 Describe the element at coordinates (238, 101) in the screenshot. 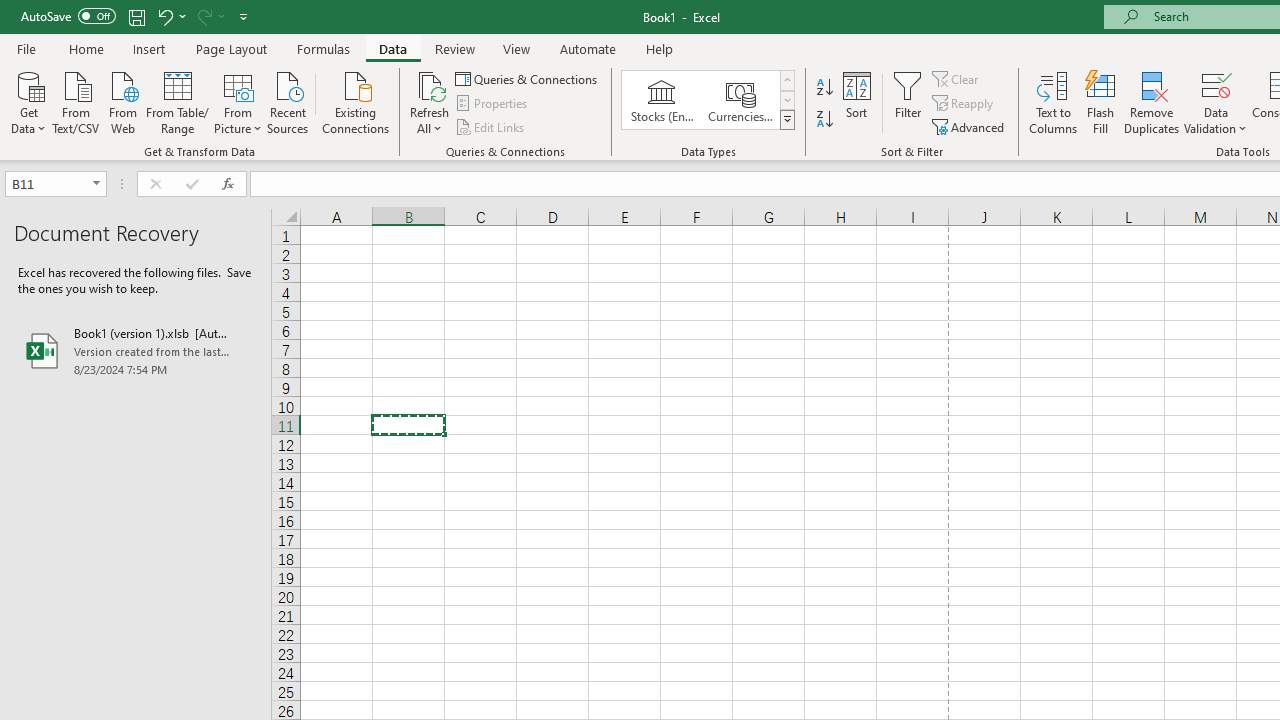

I see `'From Picture'` at that location.